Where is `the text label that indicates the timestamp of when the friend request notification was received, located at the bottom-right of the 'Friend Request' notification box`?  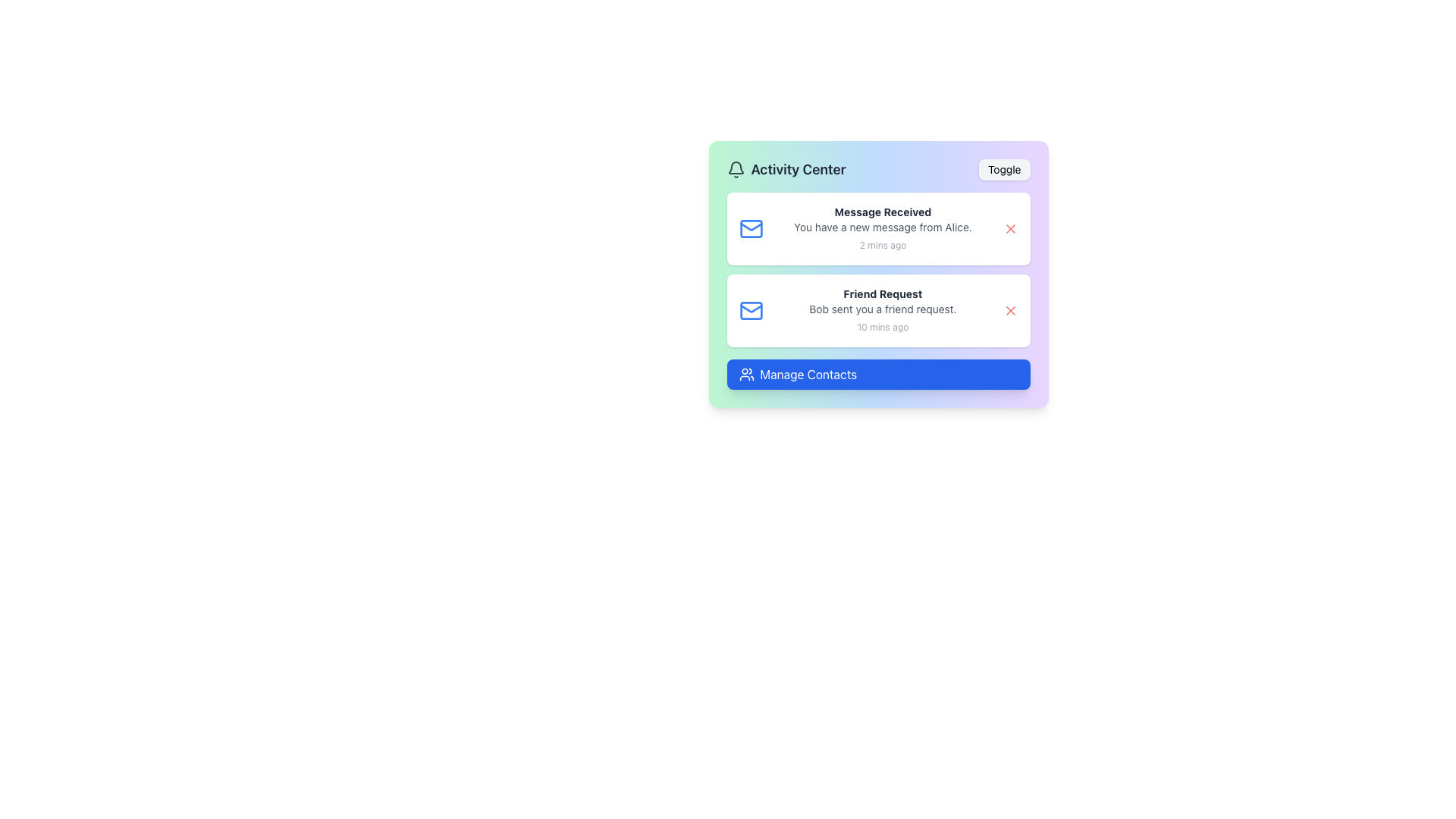
the text label that indicates the timestamp of when the friend request notification was received, located at the bottom-right of the 'Friend Request' notification box is located at coordinates (883, 326).